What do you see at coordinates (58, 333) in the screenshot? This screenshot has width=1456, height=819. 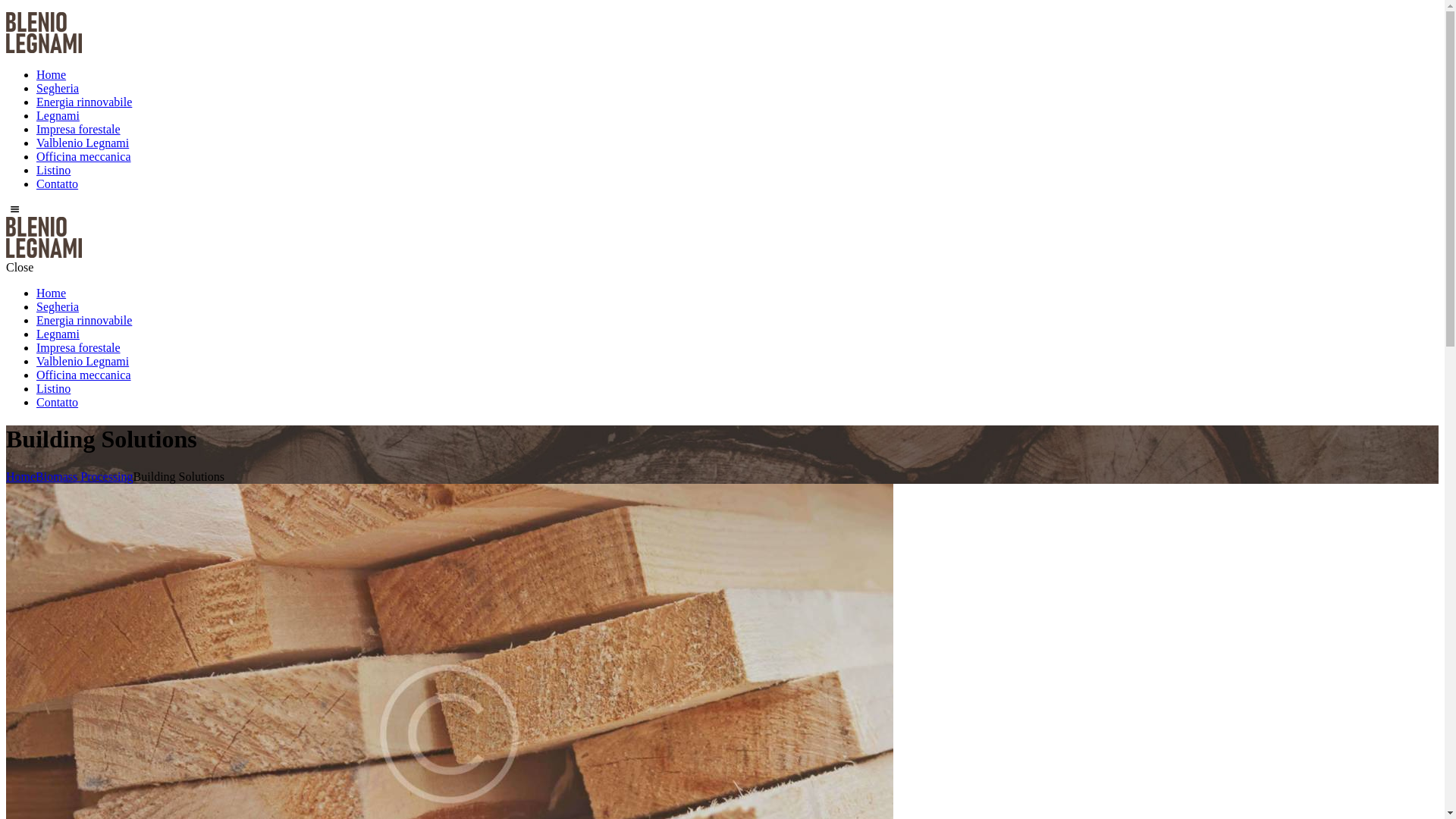 I see `'Legnami'` at bounding box center [58, 333].